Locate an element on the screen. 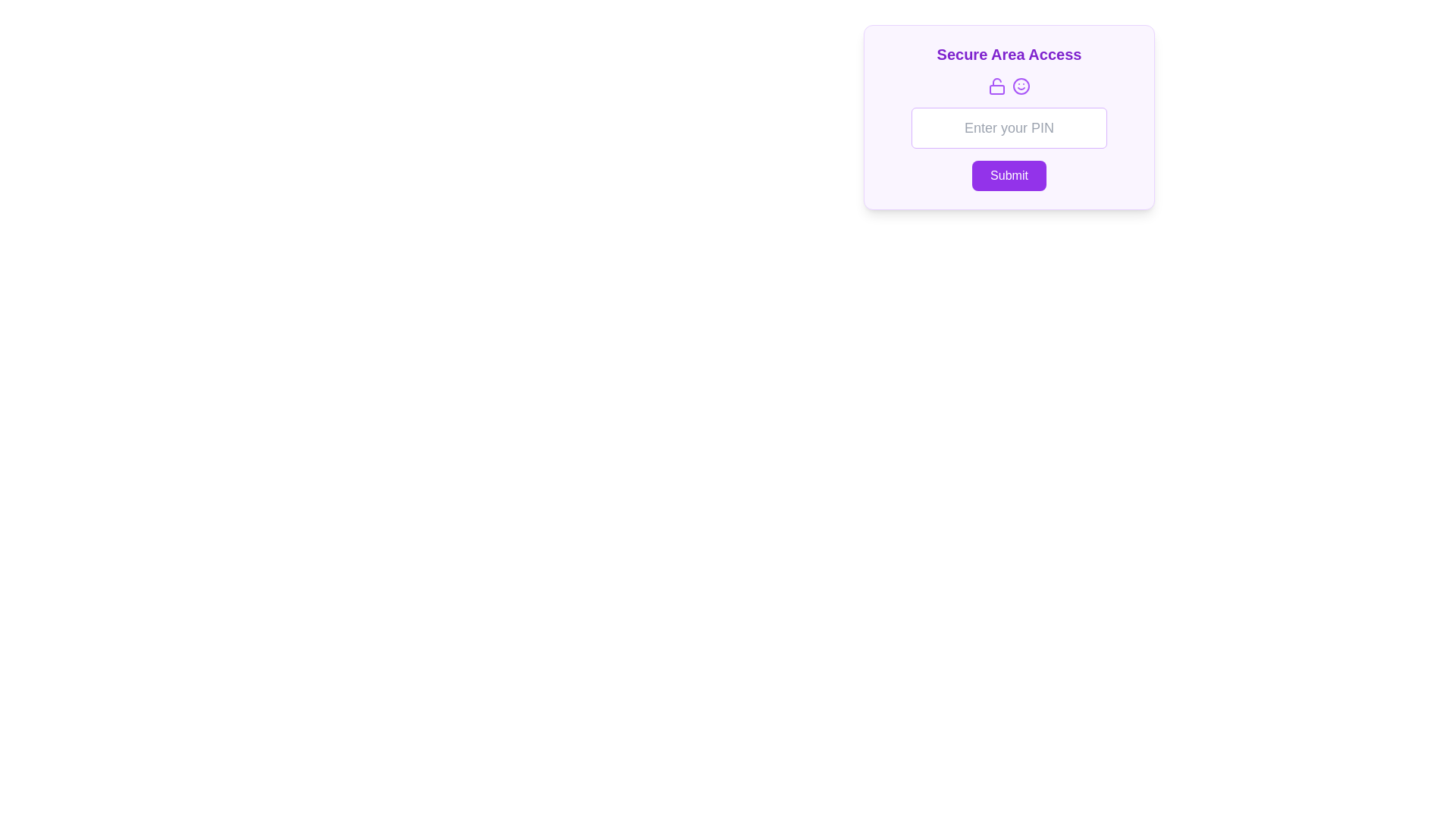  the Password Input Field, which is a textual input field for sensitive data with a placeholder 'Enter your PIN' is located at coordinates (1009, 116).